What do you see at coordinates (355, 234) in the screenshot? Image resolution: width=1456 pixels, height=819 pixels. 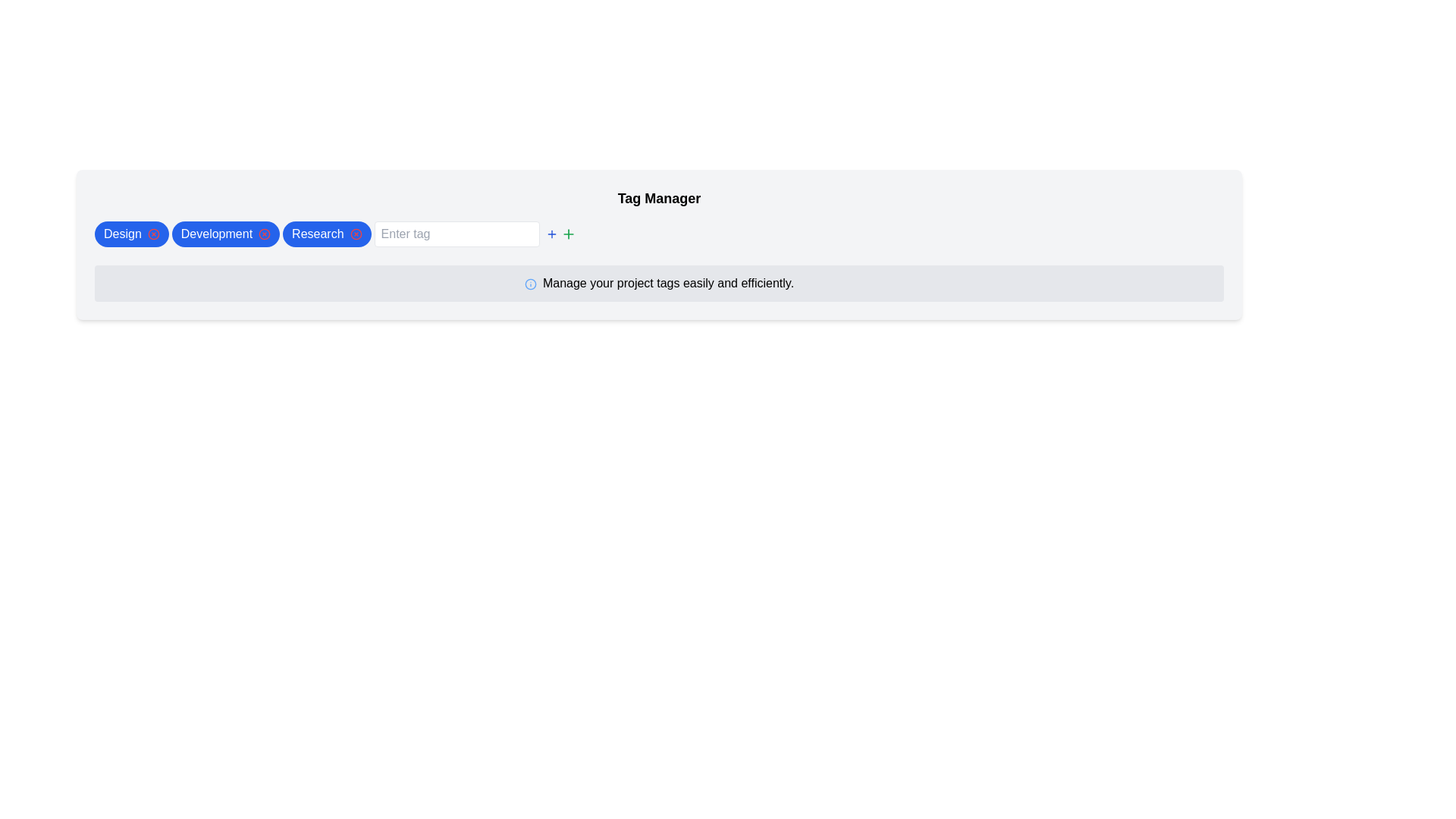 I see `the red circular 'X' icon located to the right of the 'Research' button` at bounding box center [355, 234].